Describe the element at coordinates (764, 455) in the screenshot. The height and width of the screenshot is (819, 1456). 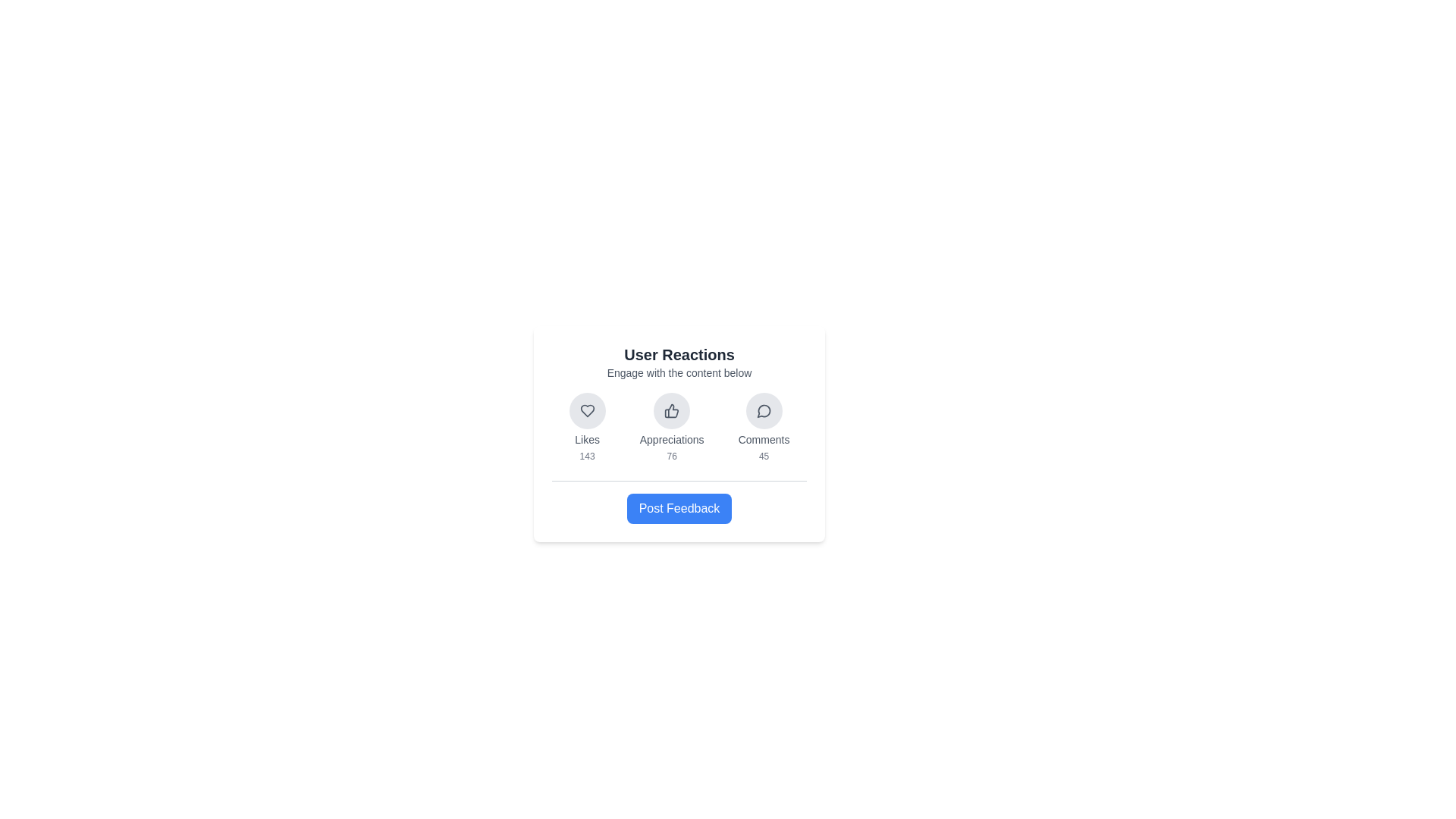
I see `the Text label displaying the number '45', which is styled with a gray font and located directly beneath the 'Comments' label` at that location.